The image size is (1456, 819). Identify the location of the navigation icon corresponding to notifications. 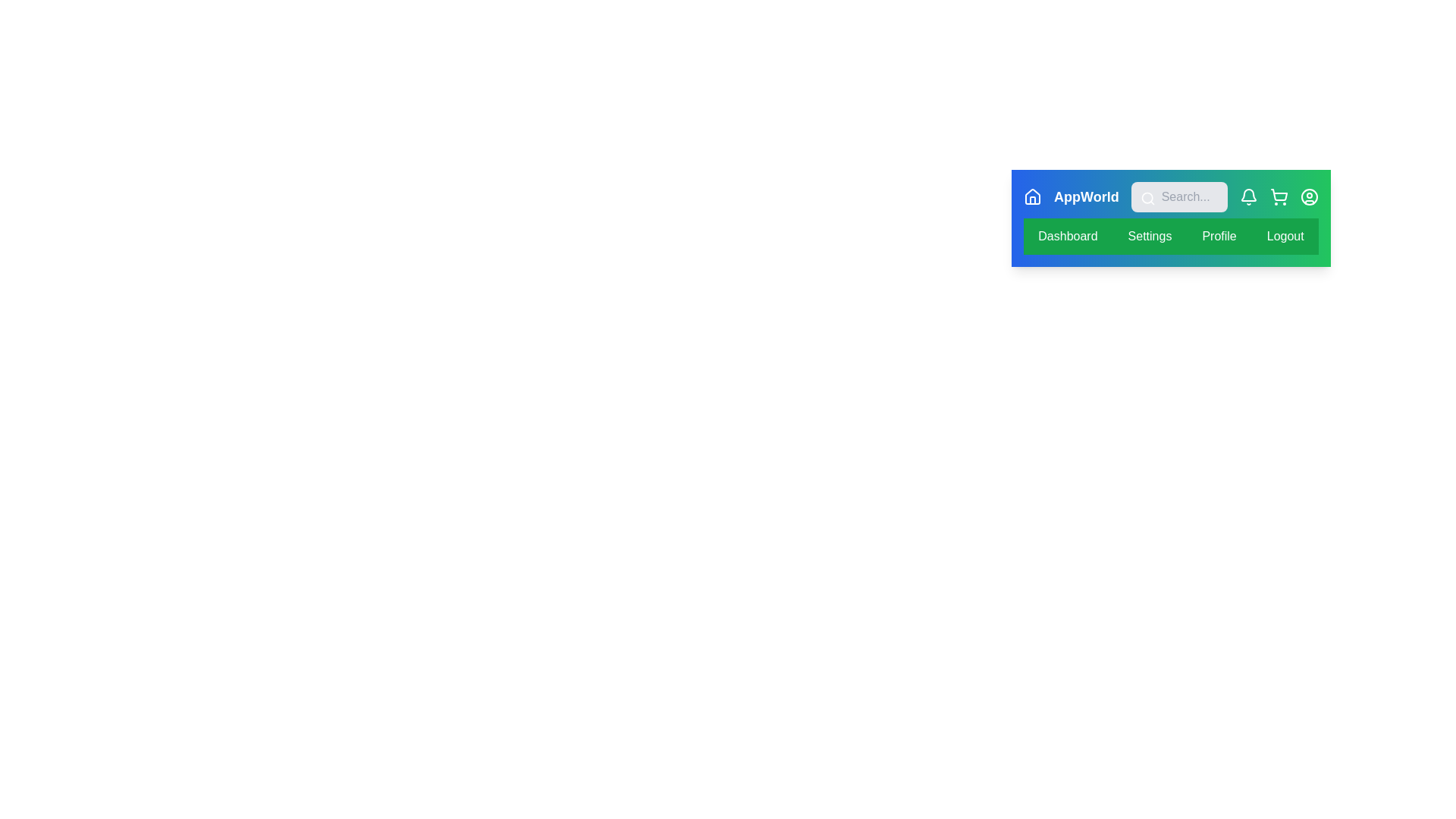
(1248, 196).